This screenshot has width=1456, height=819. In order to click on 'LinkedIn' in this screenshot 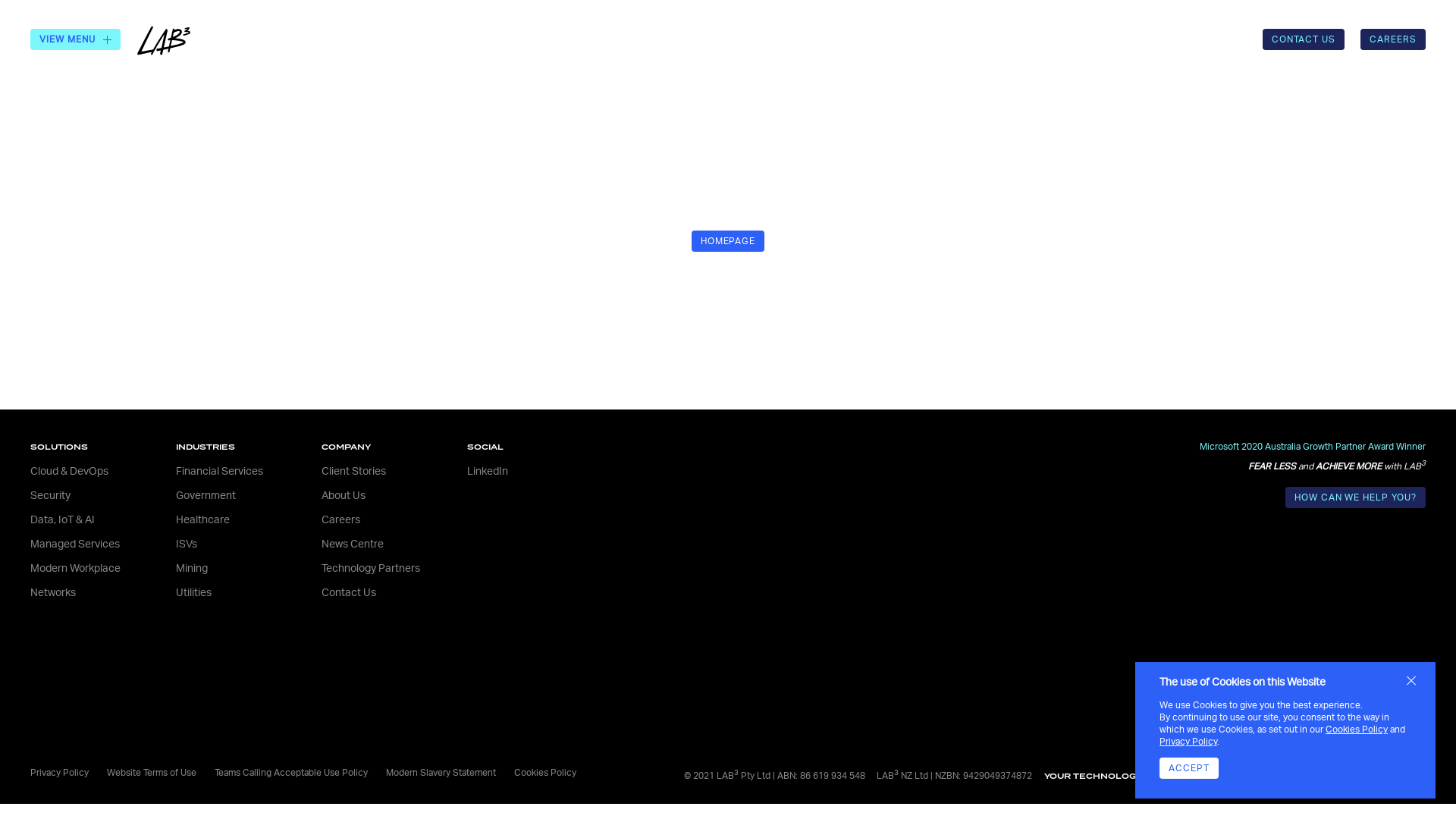, I will do `click(488, 470)`.